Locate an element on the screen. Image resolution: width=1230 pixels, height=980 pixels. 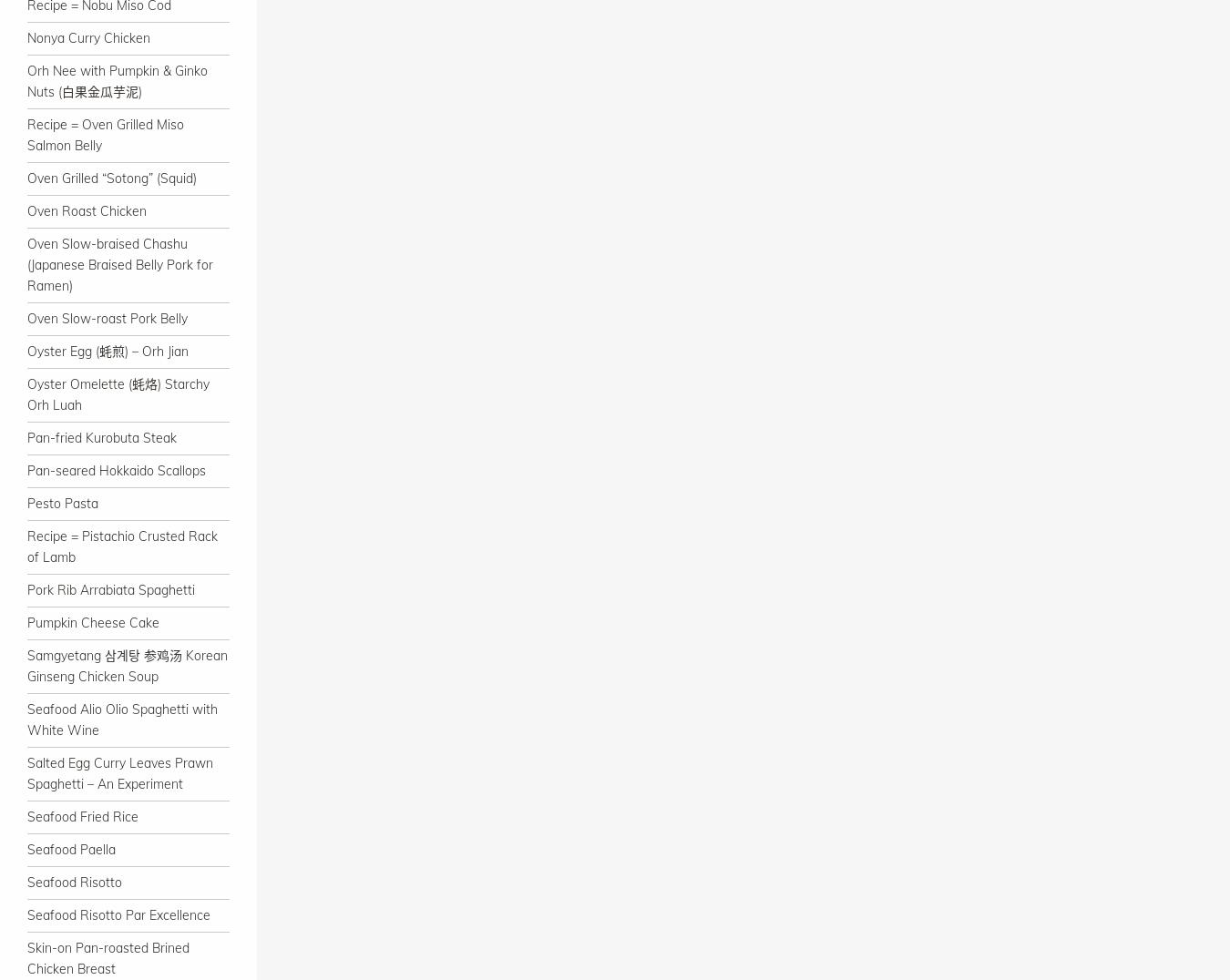
'Skin-on Pan-roasted Brined Chicken Breast' is located at coordinates (108, 958).